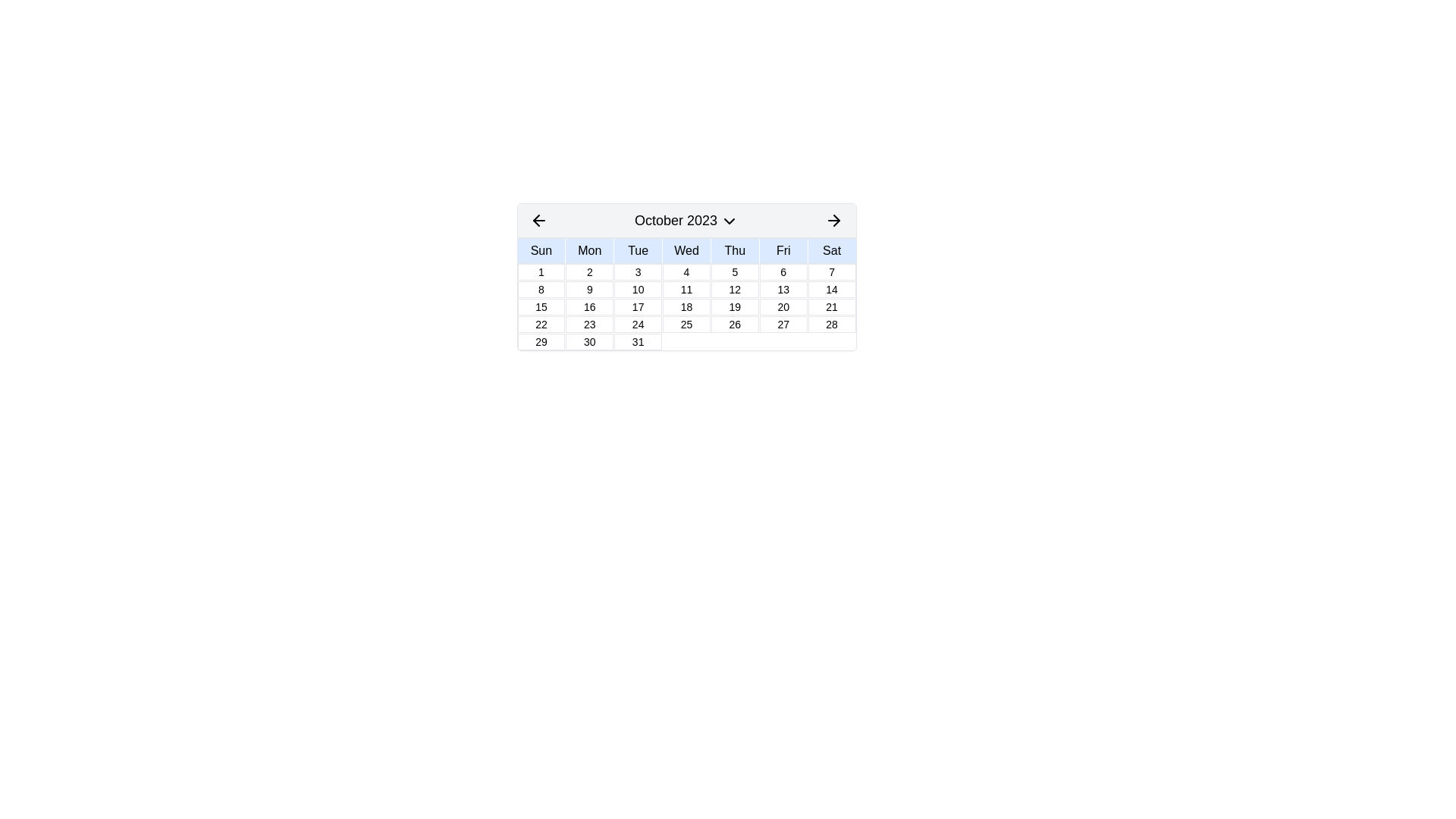 This screenshot has height=819, width=1456. I want to click on the calendar date item representing '3' of October 2023 located, so click(638, 271).